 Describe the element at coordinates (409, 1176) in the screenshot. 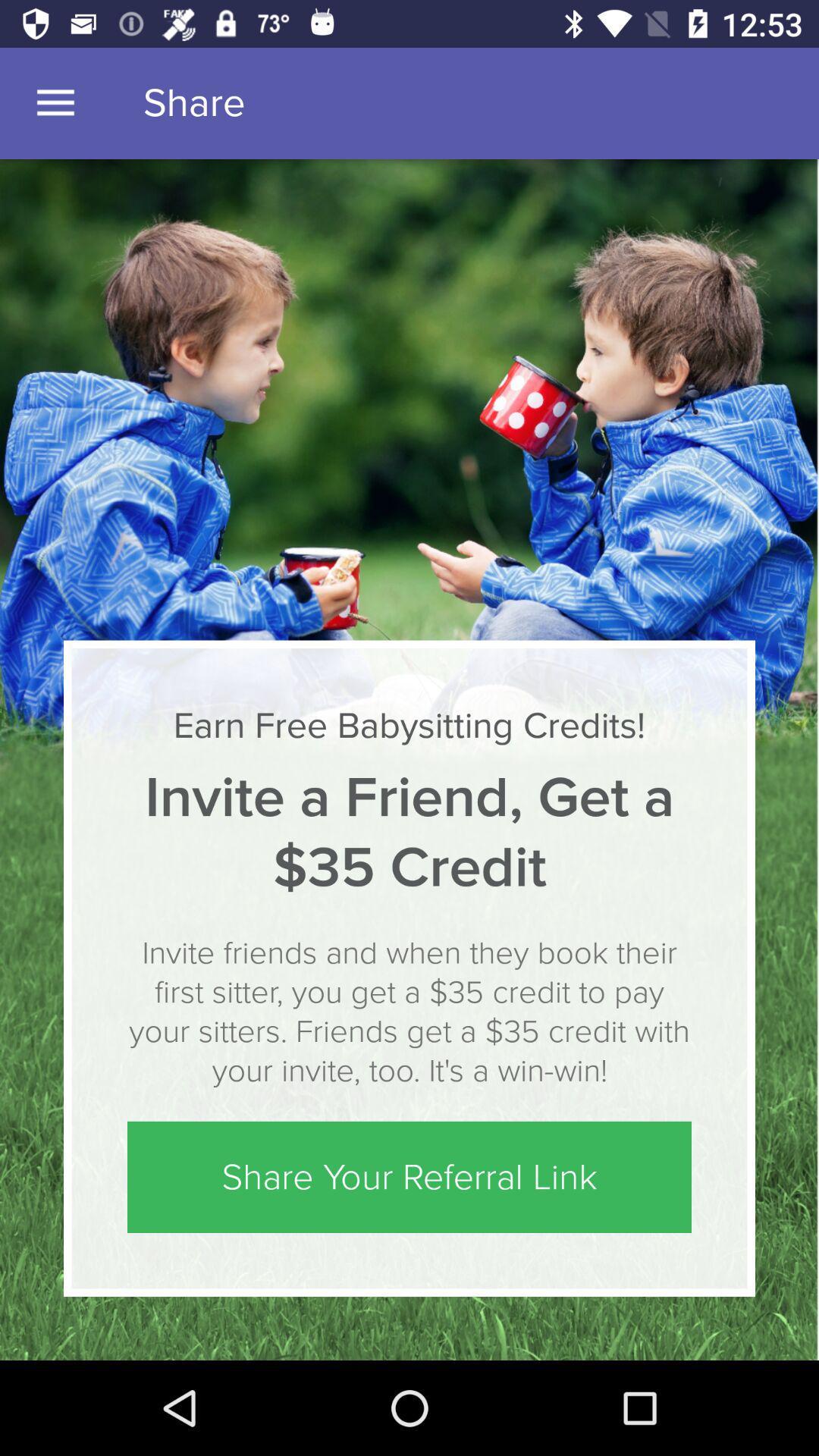

I see `the share your referral icon` at that location.